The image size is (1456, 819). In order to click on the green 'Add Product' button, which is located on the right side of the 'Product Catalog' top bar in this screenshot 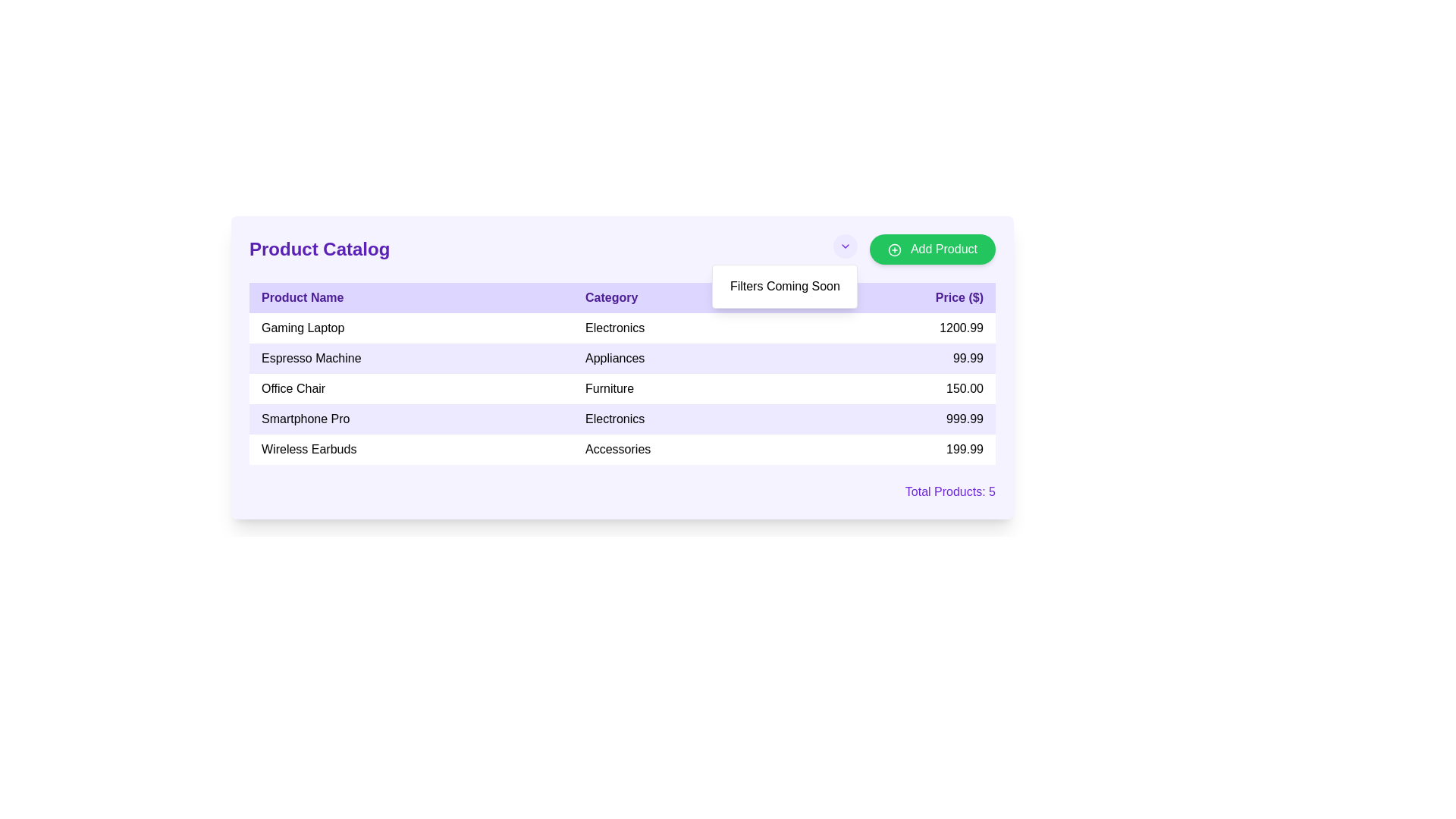, I will do `click(914, 248)`.